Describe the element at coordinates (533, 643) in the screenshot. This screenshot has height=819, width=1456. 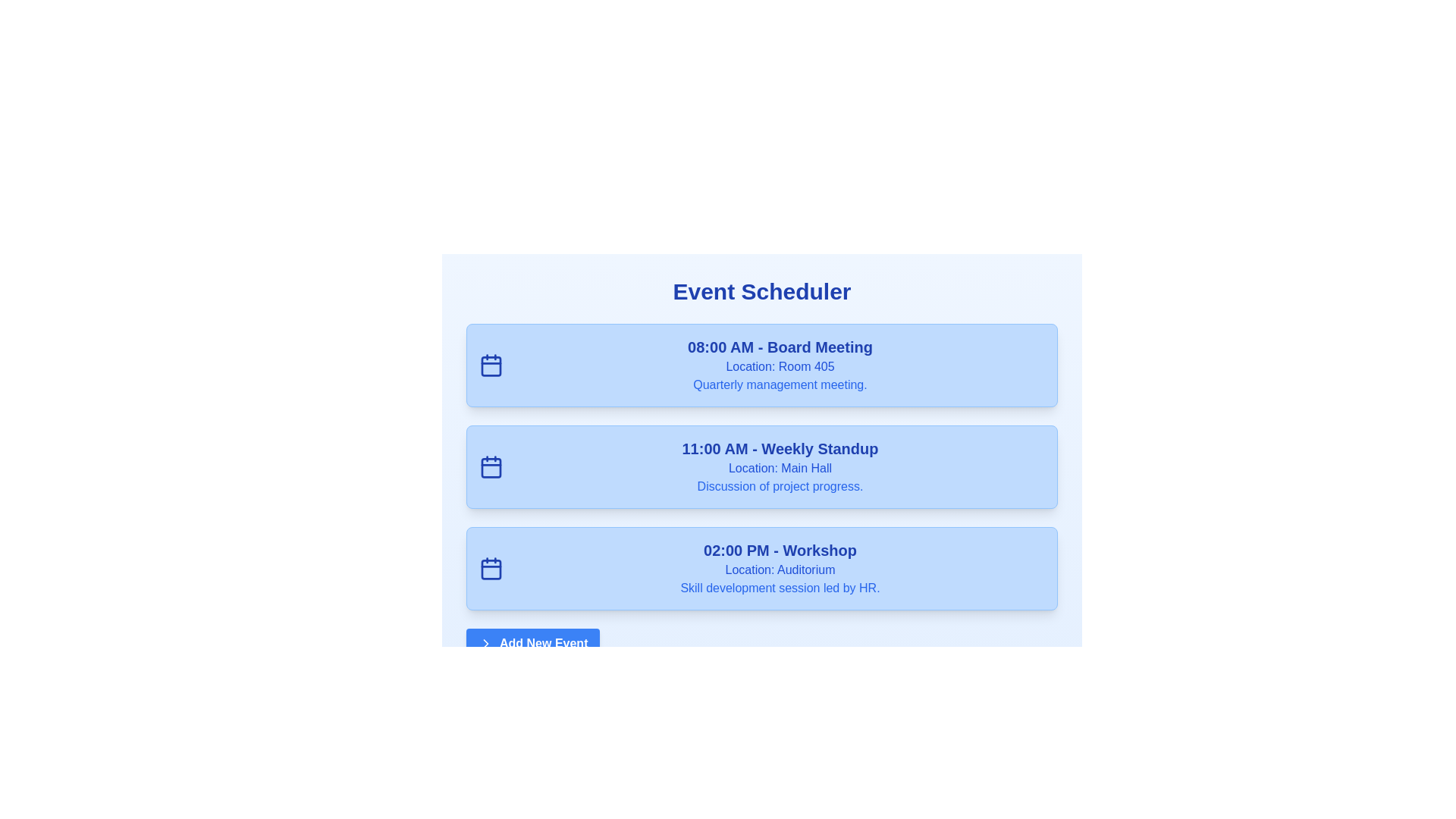
I see `the 'Add New Event' button, which is a blue rectangular button with rounded corners, containing white bold text and an arrow icon, to observe the visual change` at that location.